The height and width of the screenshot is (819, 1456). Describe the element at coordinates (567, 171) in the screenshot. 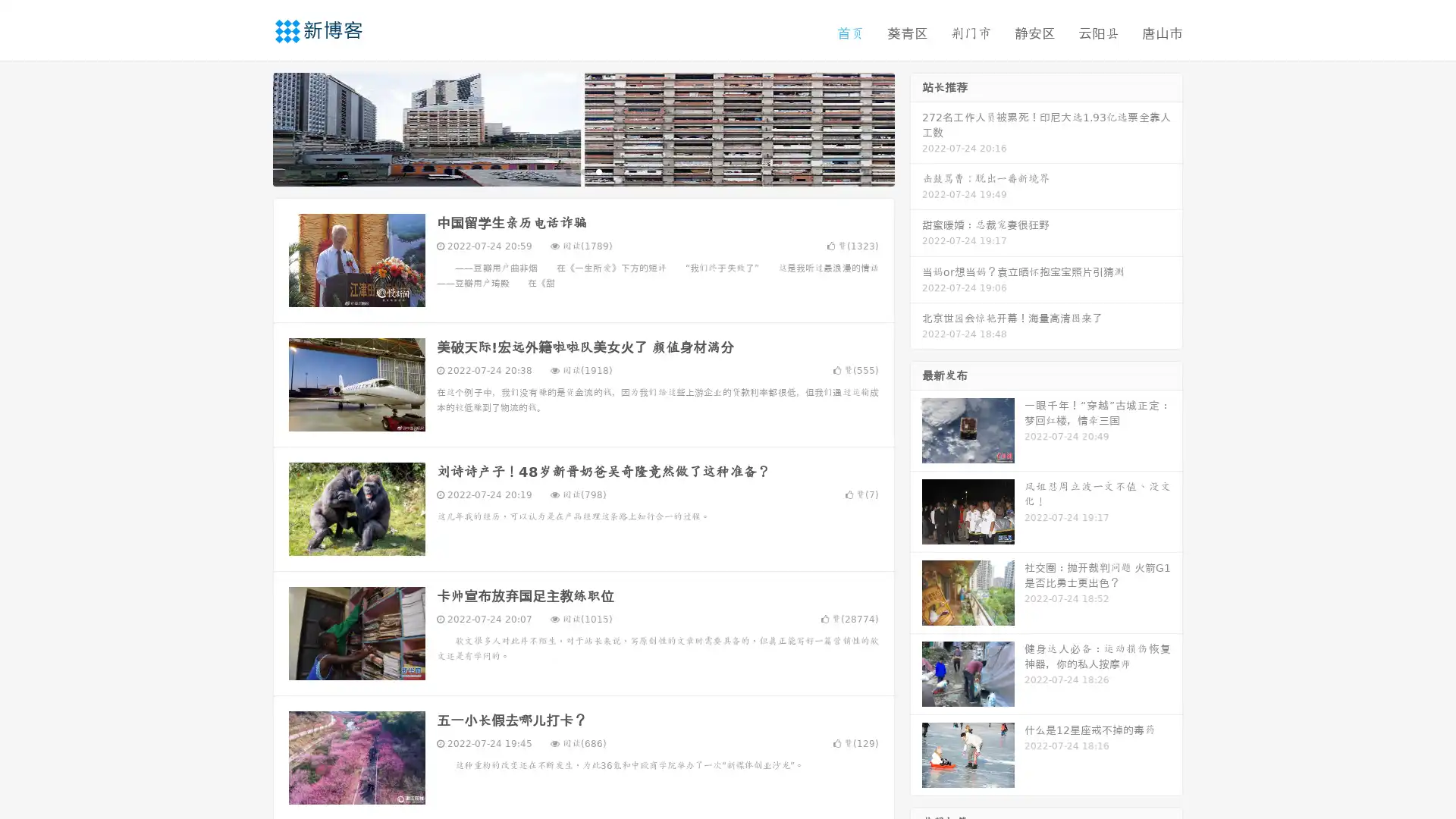

I see `Go to slide 1` at that location.